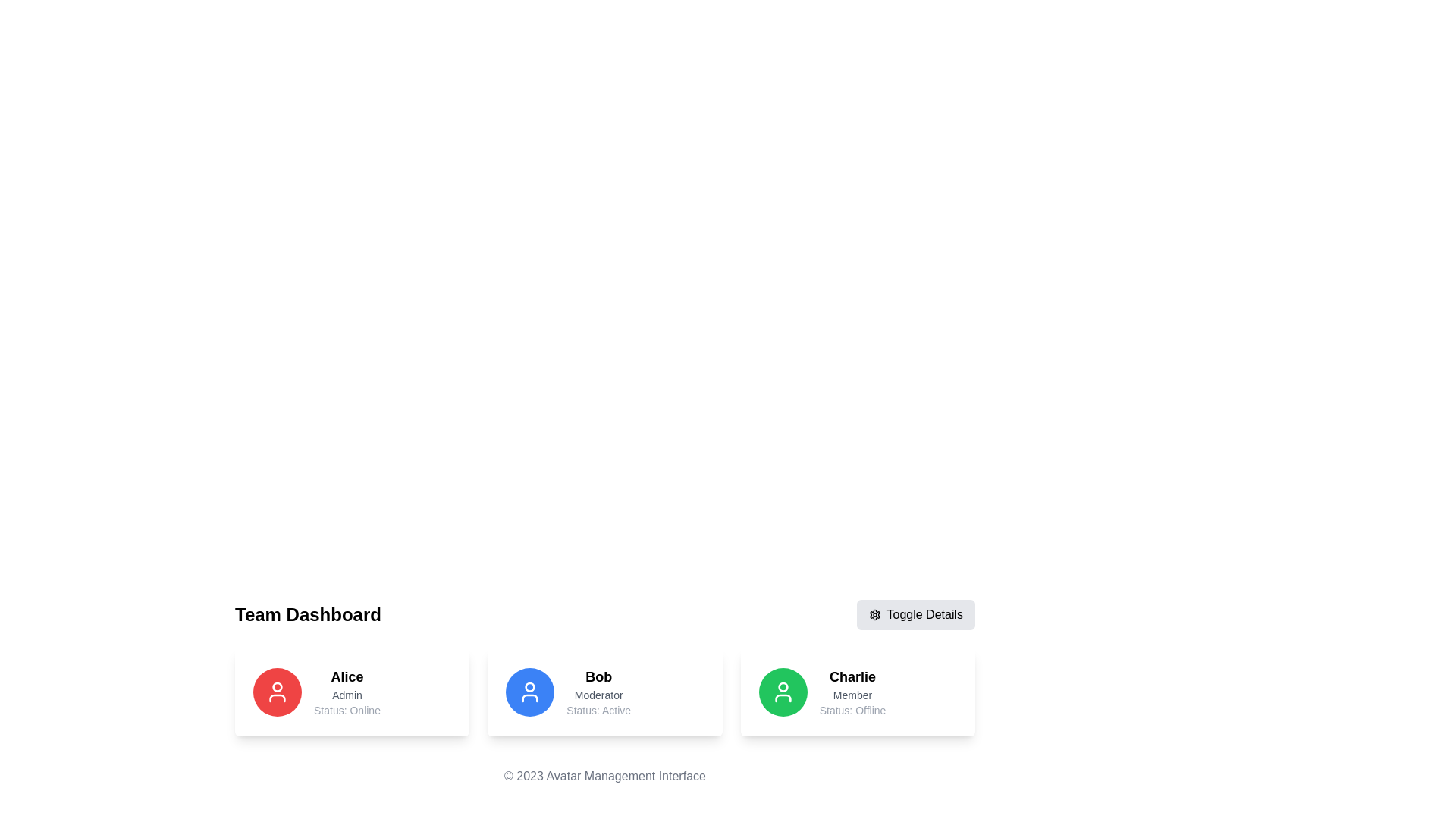 This screenshot has width=1456, height=819. What do you see at coordinates (346, 695) in the screenshot?
I see `the static text label displaying 'Admin' located under the name 'Alice' in the user card structure` at bounding box center [346, 695].